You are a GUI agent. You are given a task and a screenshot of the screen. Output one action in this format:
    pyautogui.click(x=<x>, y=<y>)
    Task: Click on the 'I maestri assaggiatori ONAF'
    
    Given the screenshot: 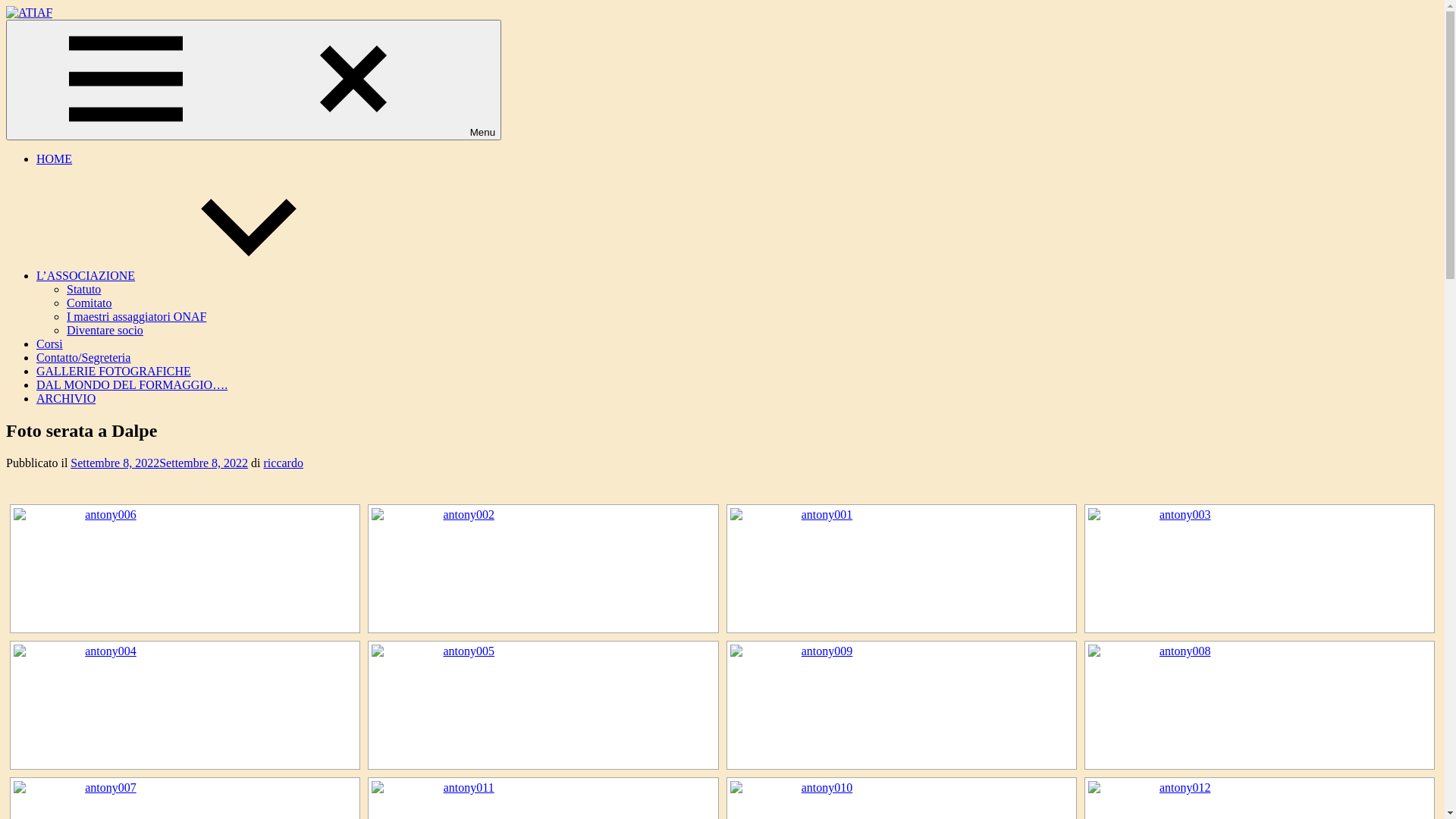 What is the action you would take?
    pyautogui.click(x=136, y=315)
    